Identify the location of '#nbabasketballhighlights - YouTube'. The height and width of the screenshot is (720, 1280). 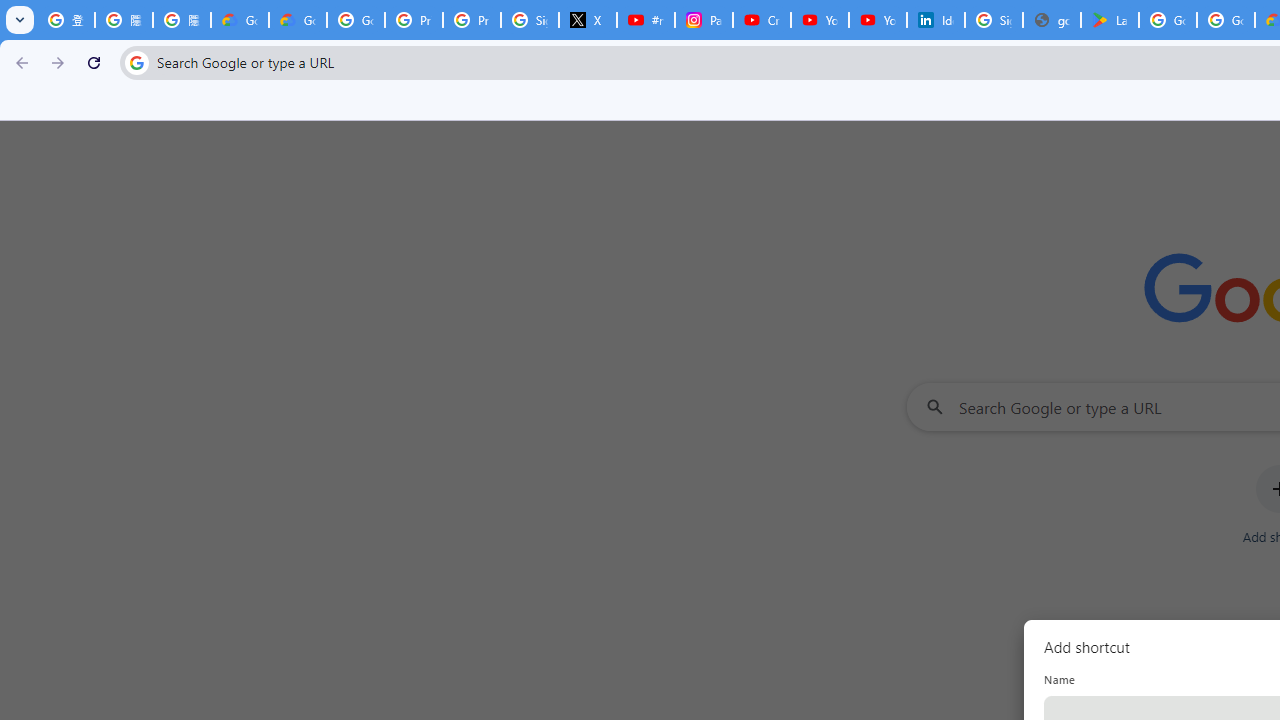
(645, 20).